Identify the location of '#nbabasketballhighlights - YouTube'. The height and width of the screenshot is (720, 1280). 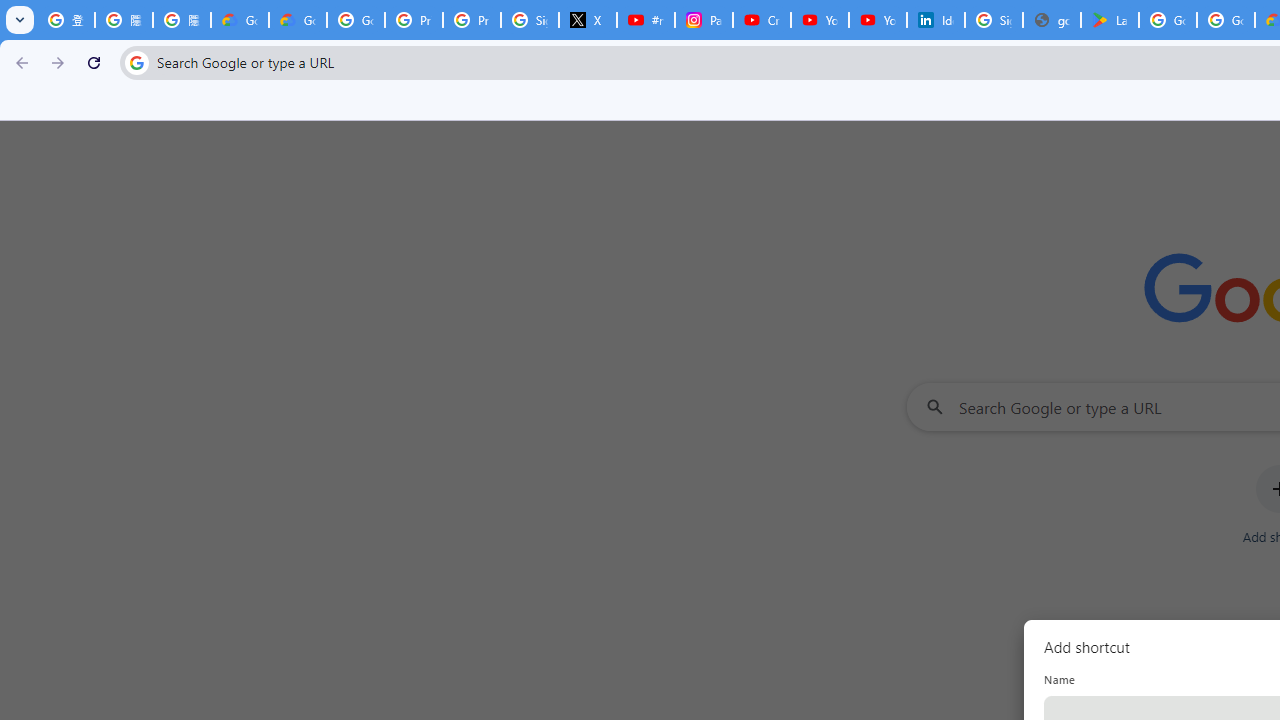
(645, 20).